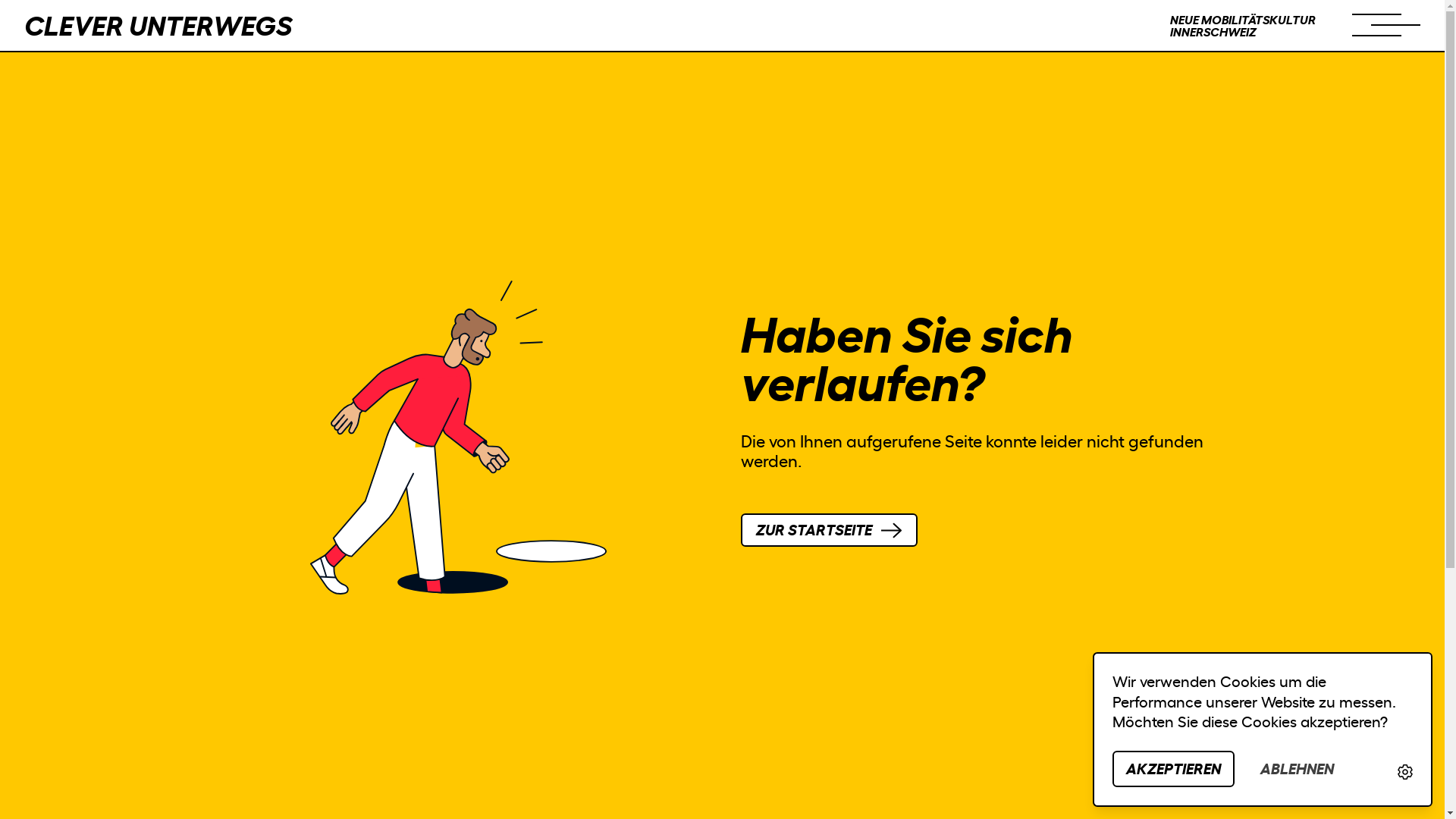 This screenshot has height=819, width=1456. I want to click on 'ABLEHNEN', so click(1296, 769).